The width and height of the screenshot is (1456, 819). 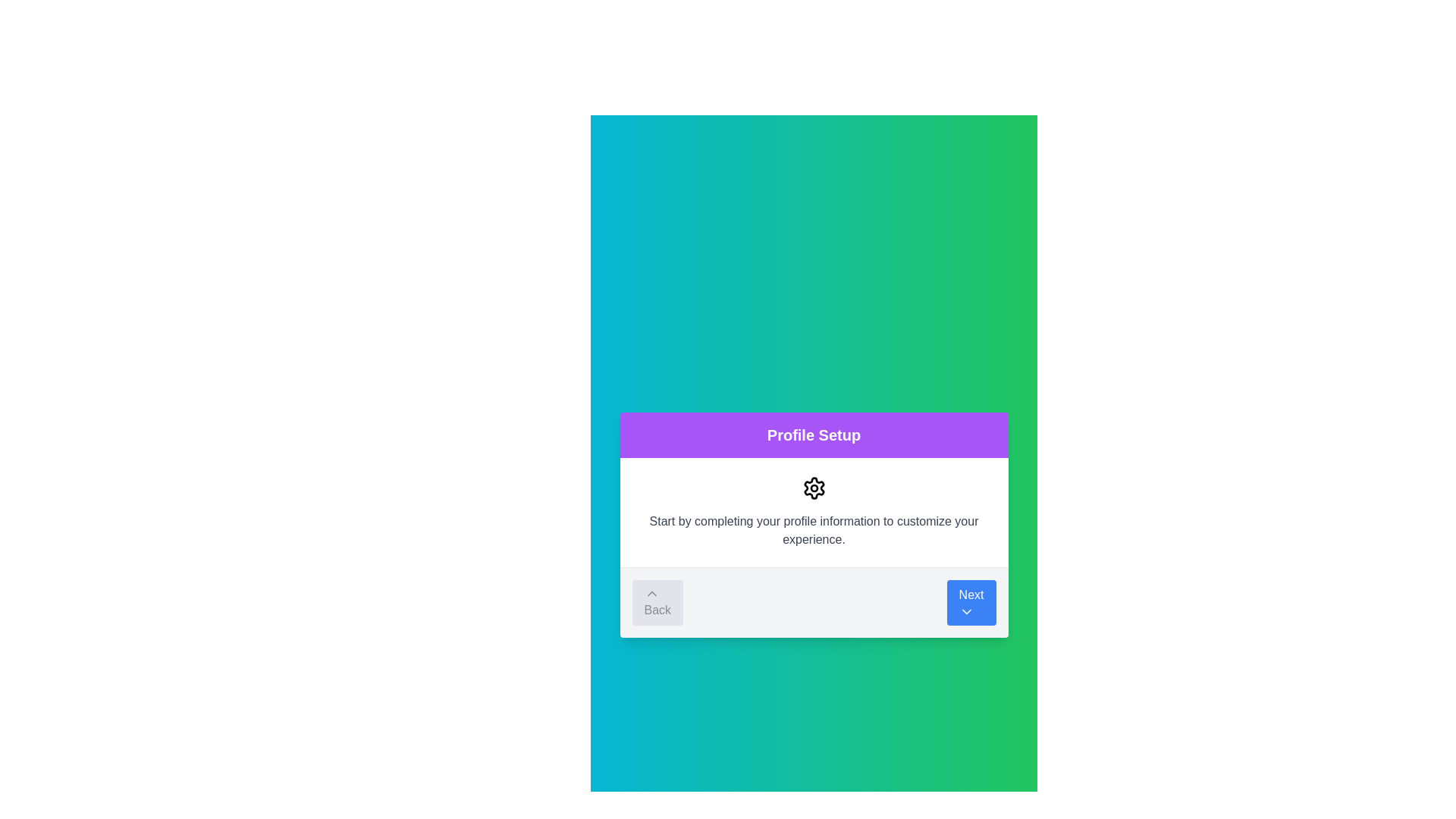 I want to click on the 'Back' button, which is a rectangular button with a light gray background and rounded corners, displaying the text 'Back' in dark gray and an upward-pointing chevron icon above it, so click(x=657, y=601).